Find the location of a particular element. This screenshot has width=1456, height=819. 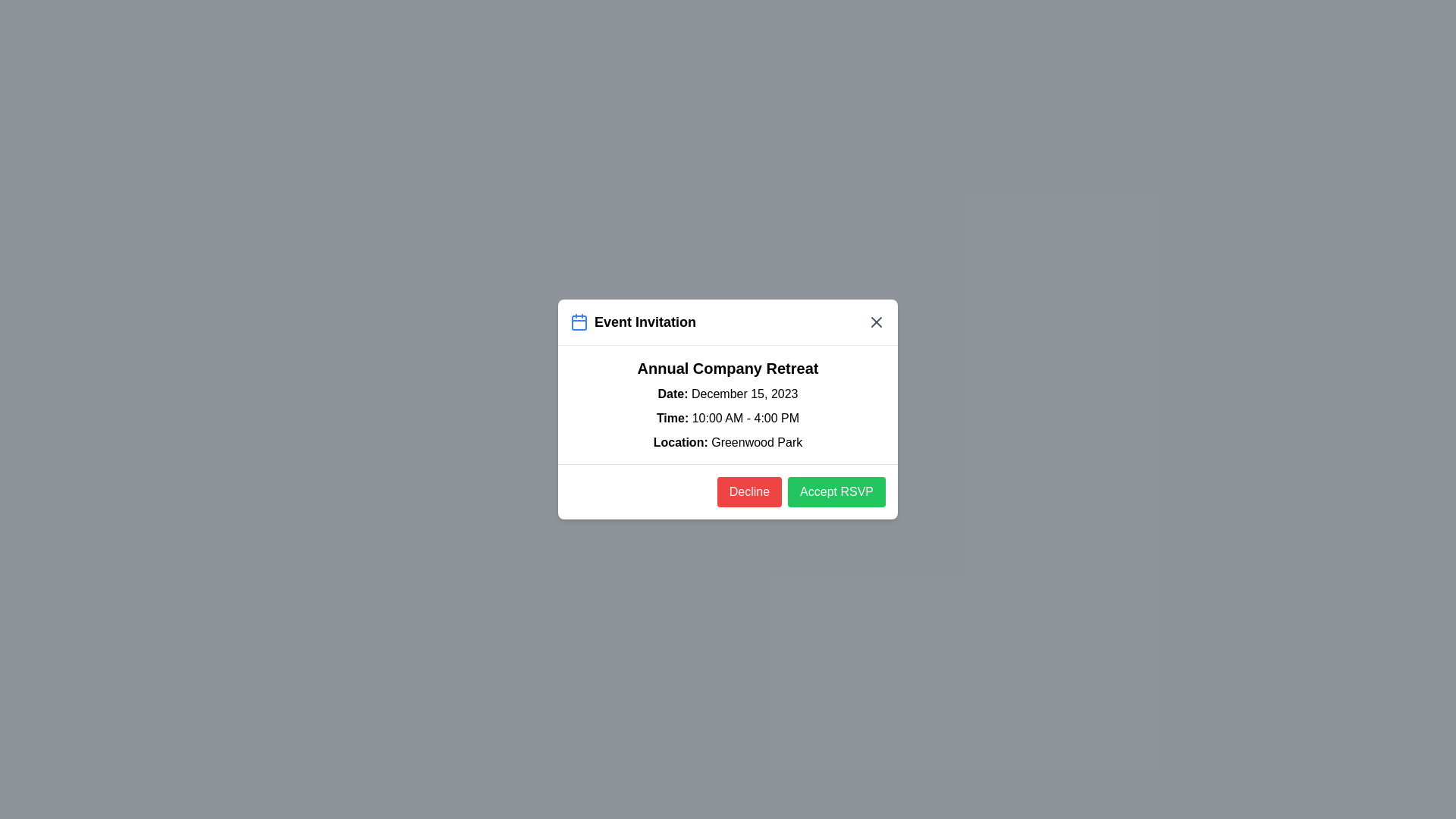

text content of the Text Label displaying 'Time: 10:00 AM - 4:00 PM', which is located within the event details section, second in the list after the date is located at coordinates (728, 418).